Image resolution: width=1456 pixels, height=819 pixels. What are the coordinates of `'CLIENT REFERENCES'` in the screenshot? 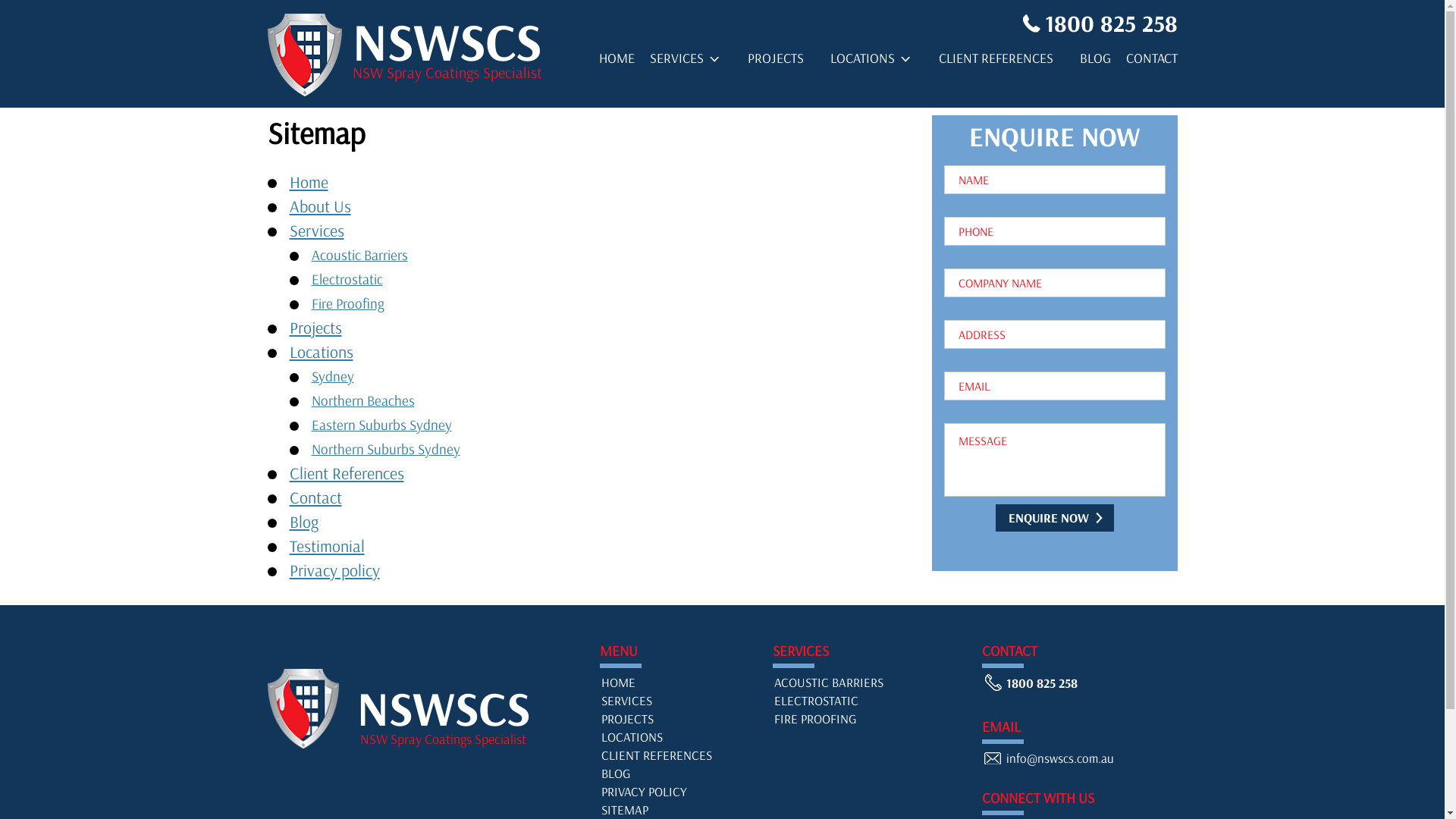 It's located at (600, 755).